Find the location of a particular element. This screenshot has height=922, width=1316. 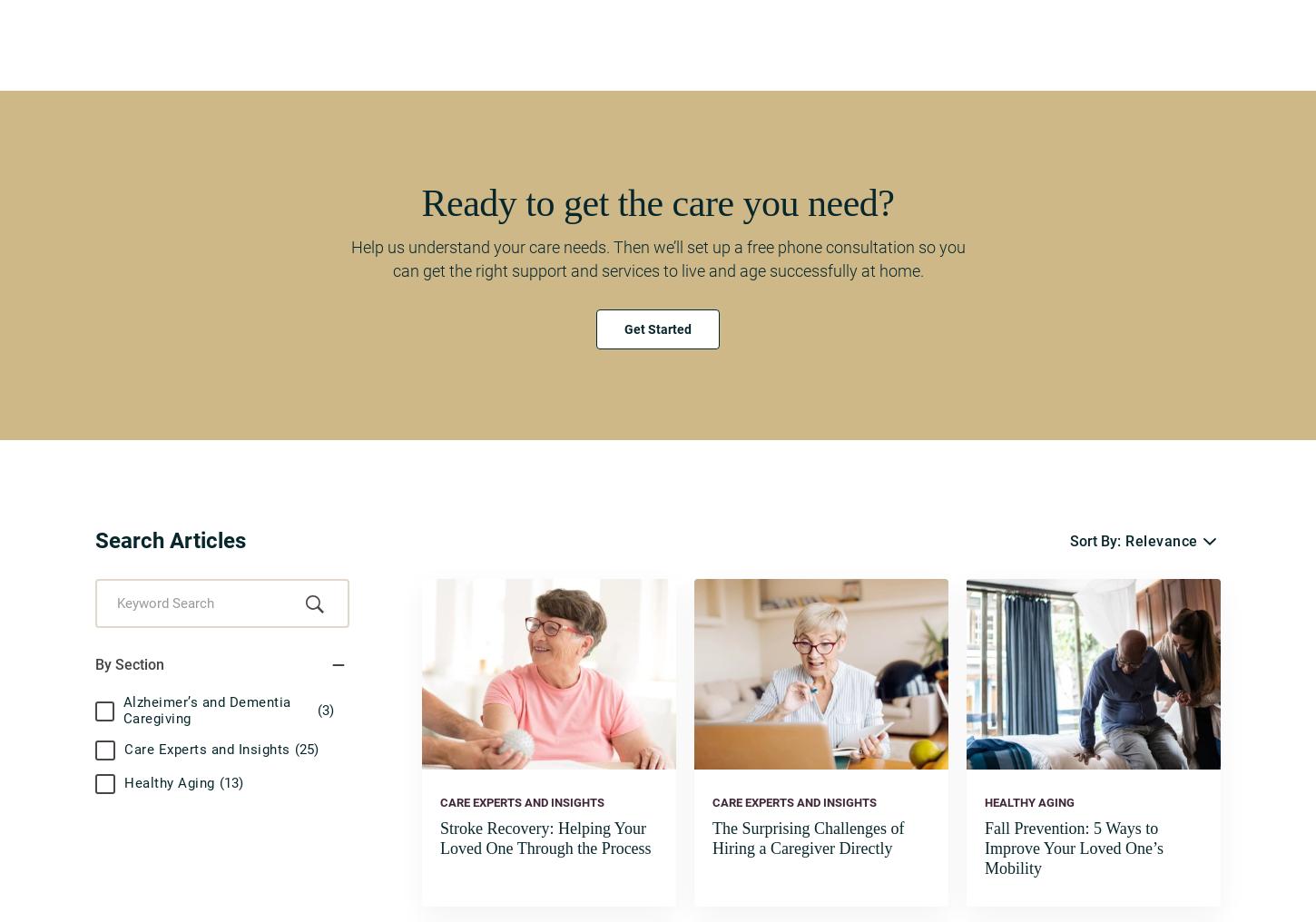

'Stroke Recovery: Helping Your Loved One Through the Process' is located at coordinates (440, 837).